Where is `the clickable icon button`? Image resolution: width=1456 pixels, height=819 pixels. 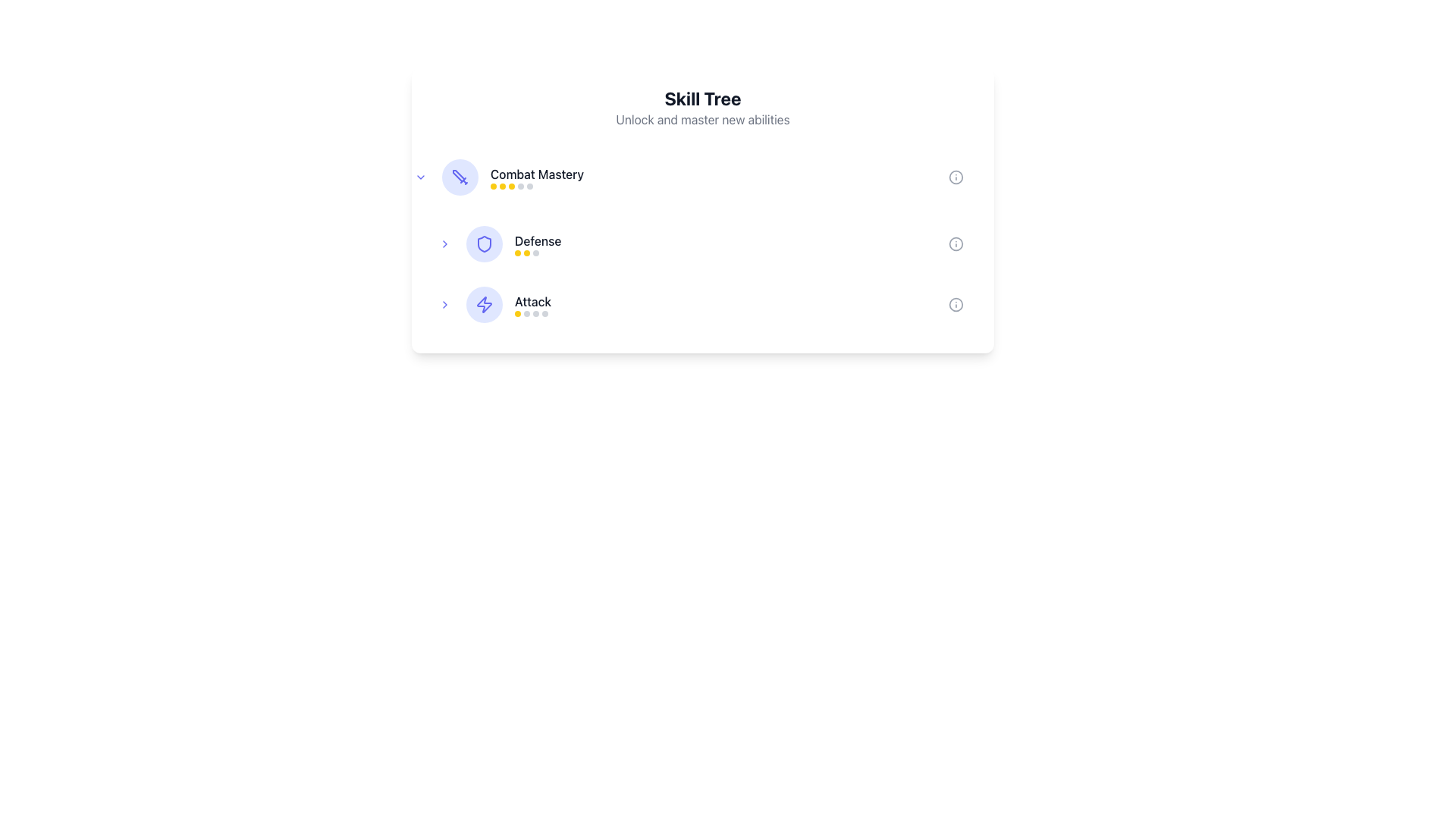
the clickable icon button is located at coordinates (444, 304).